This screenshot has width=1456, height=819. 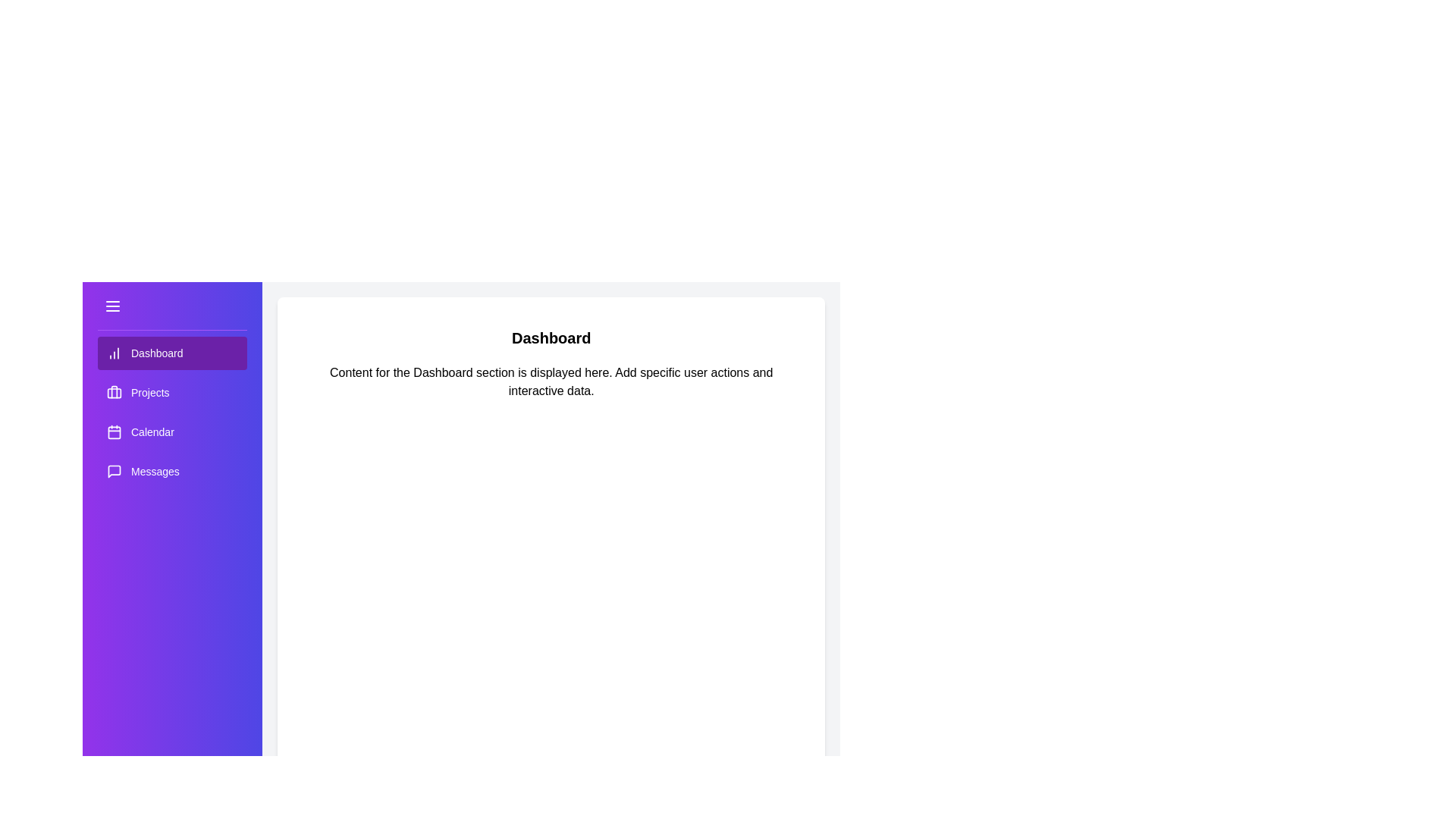 What do you see at coordinates (171, 432) in the screenshot?
I see `the menu item Calendar to highlight it` at bounding box center [171, 432].